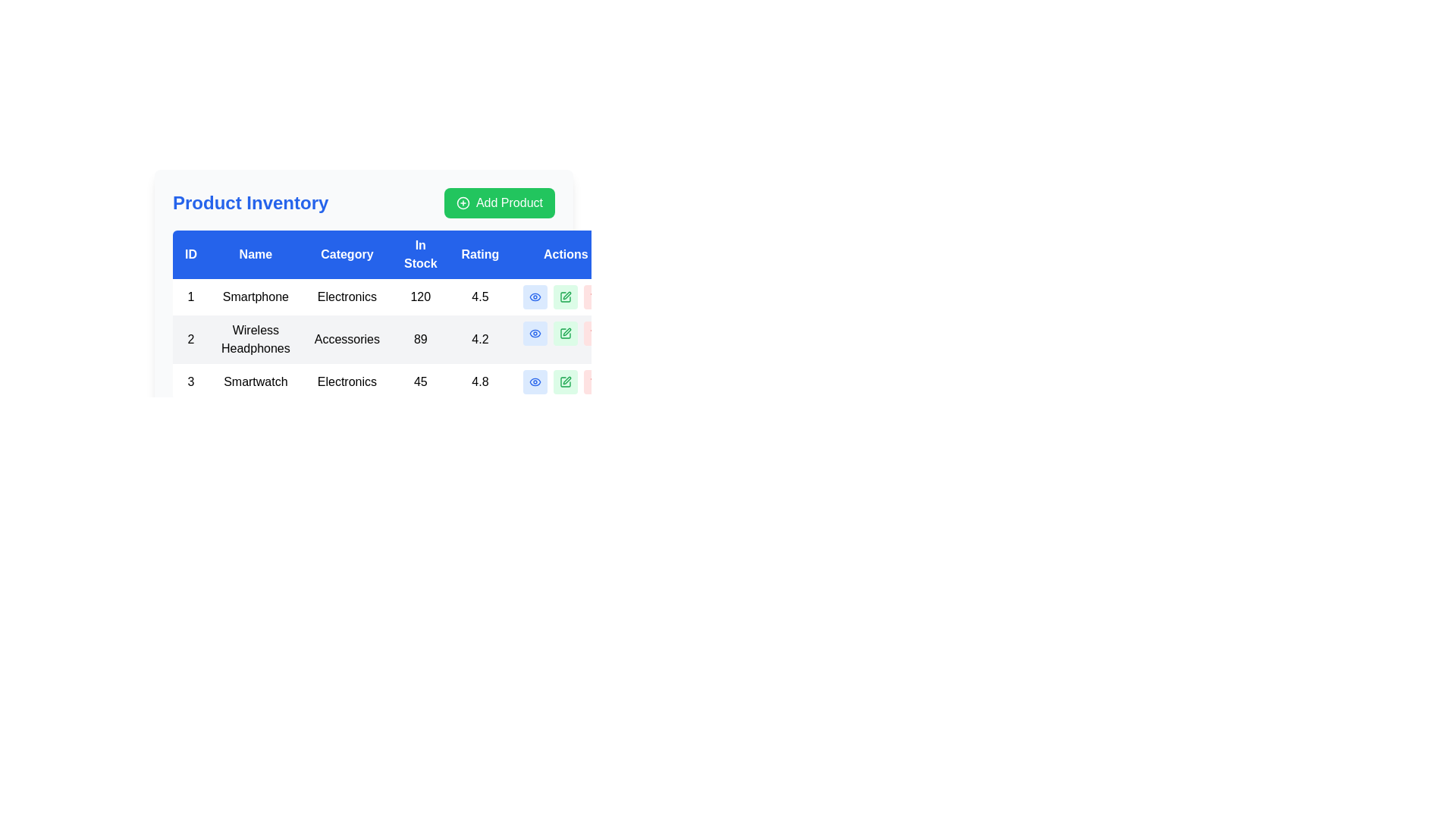  I want to click on the green icon button featuring a square with a pen overlay, located in the 'Actions' column of the last row in the product table, so click(565, 381).